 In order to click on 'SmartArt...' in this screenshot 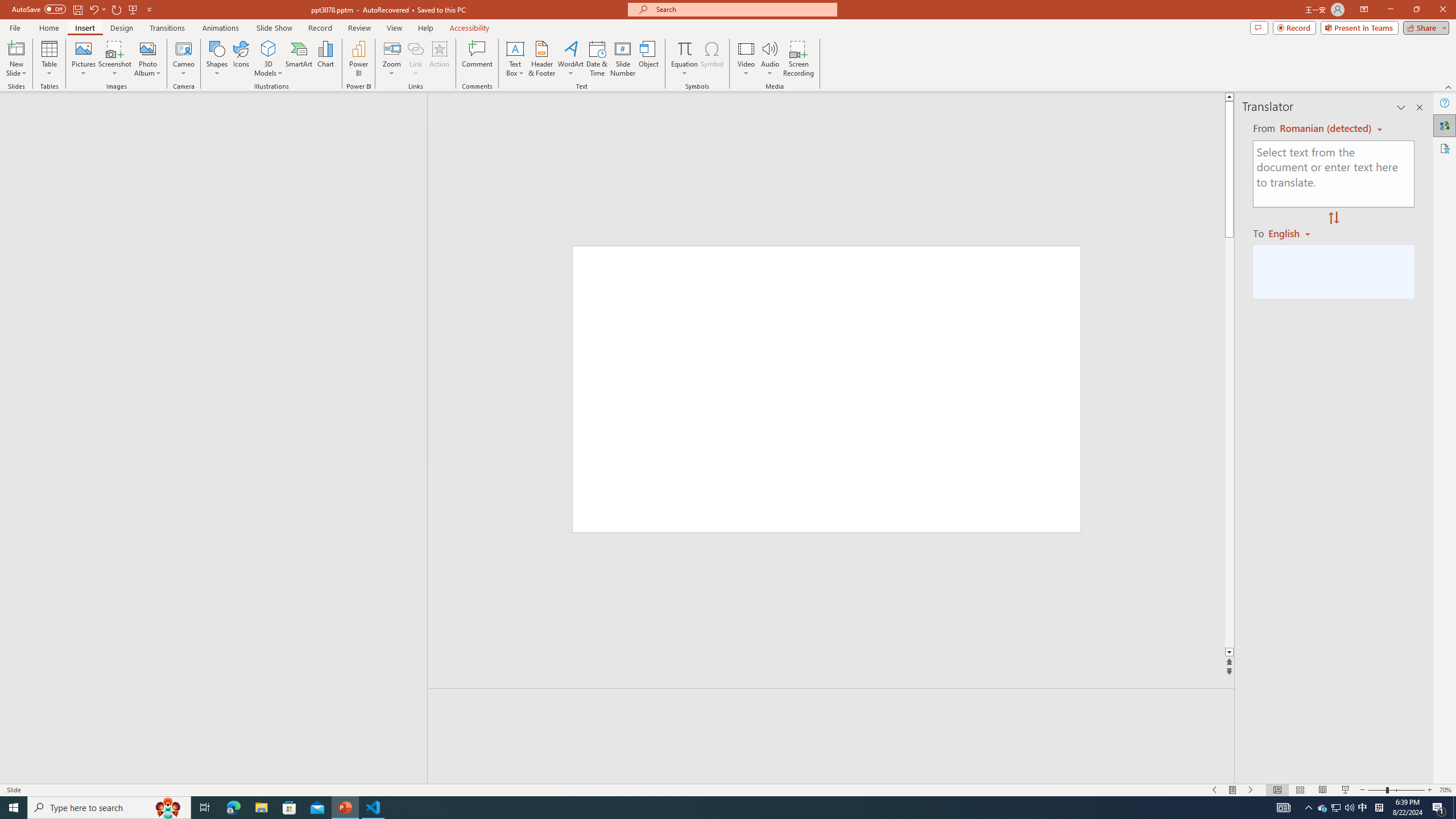, I will do `click(299, 59)`.